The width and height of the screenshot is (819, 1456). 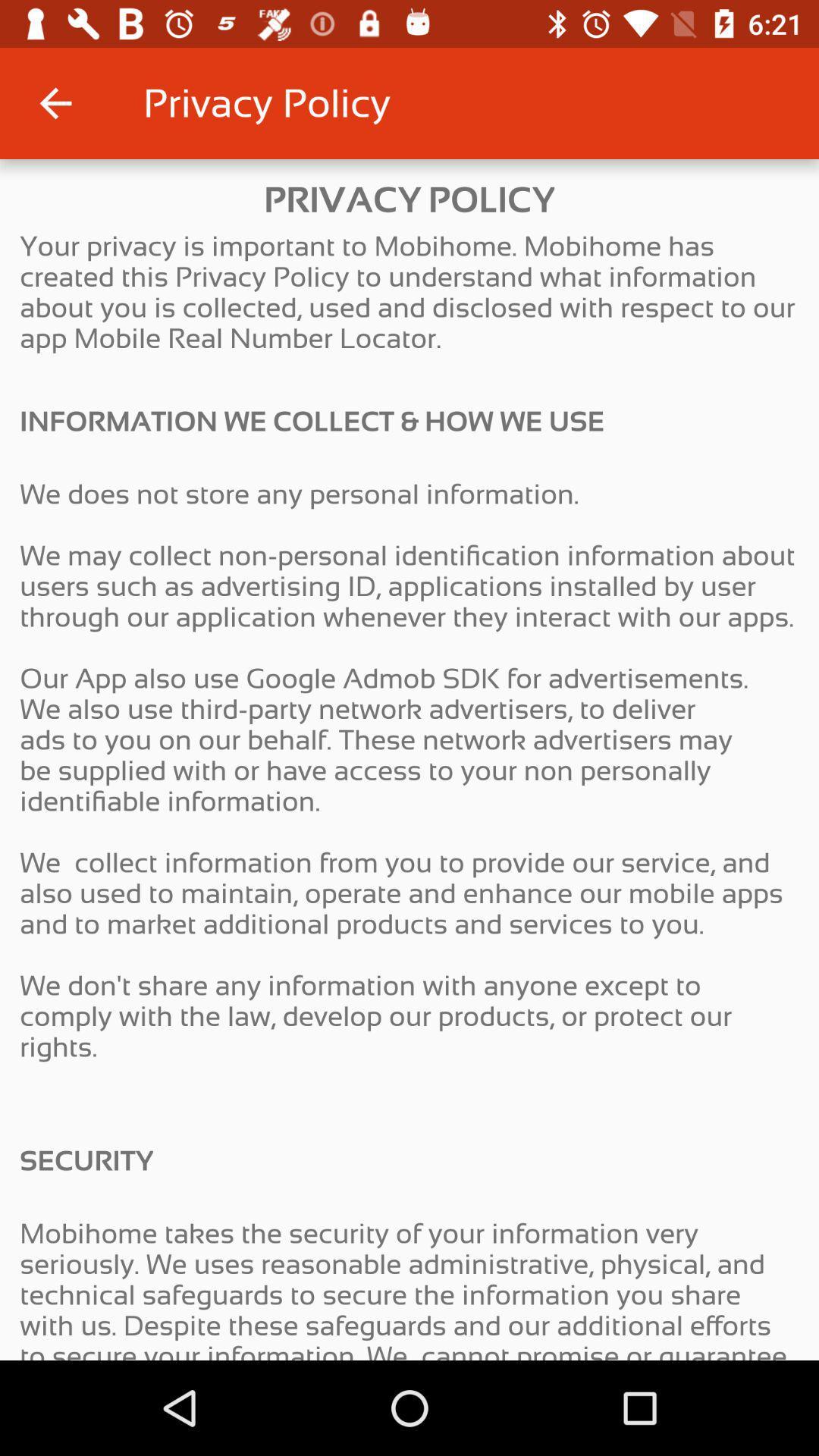 I want to click on the app next to the privacy policy app, so click(x=55, y=102).